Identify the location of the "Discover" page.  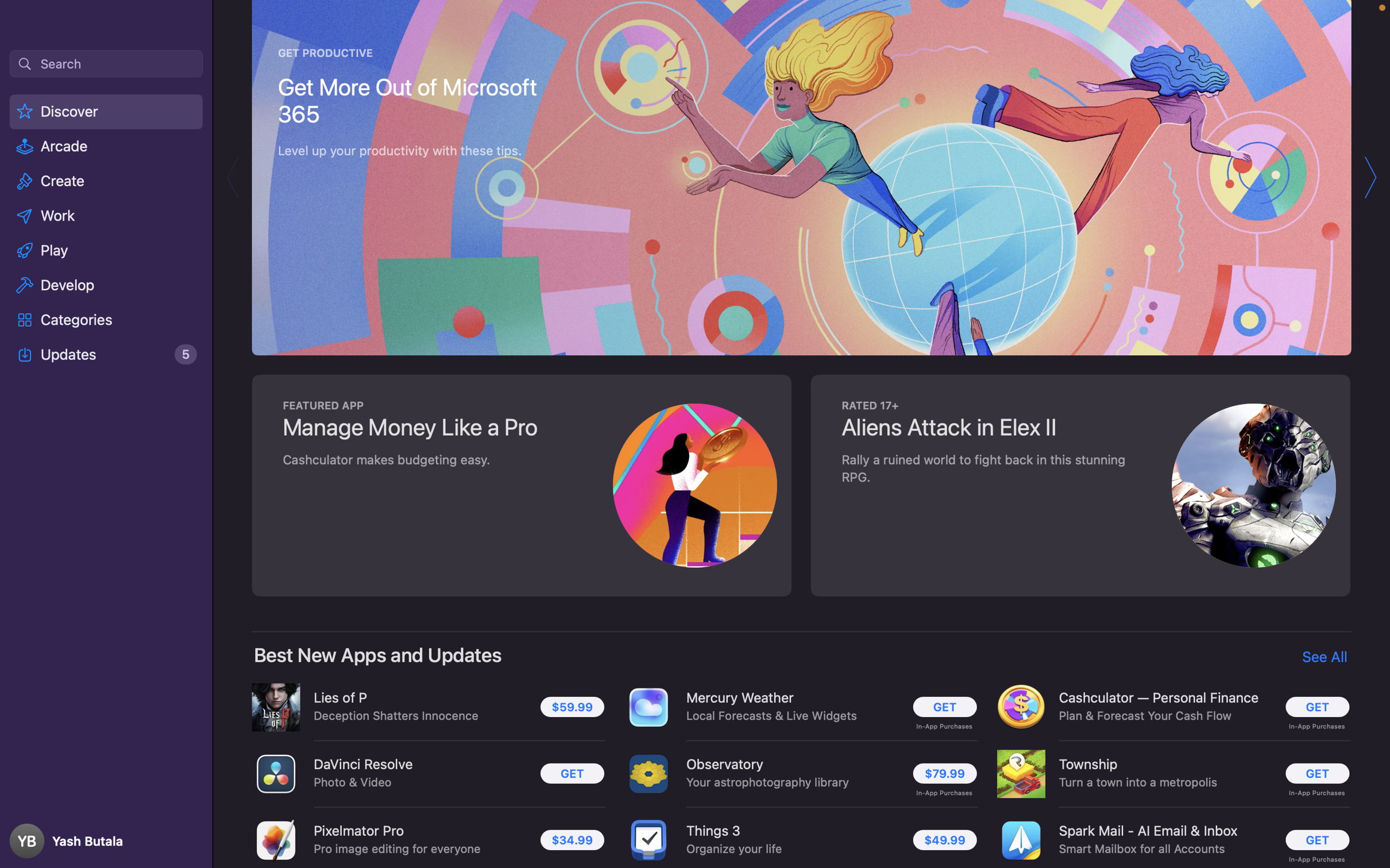
(107, 113).